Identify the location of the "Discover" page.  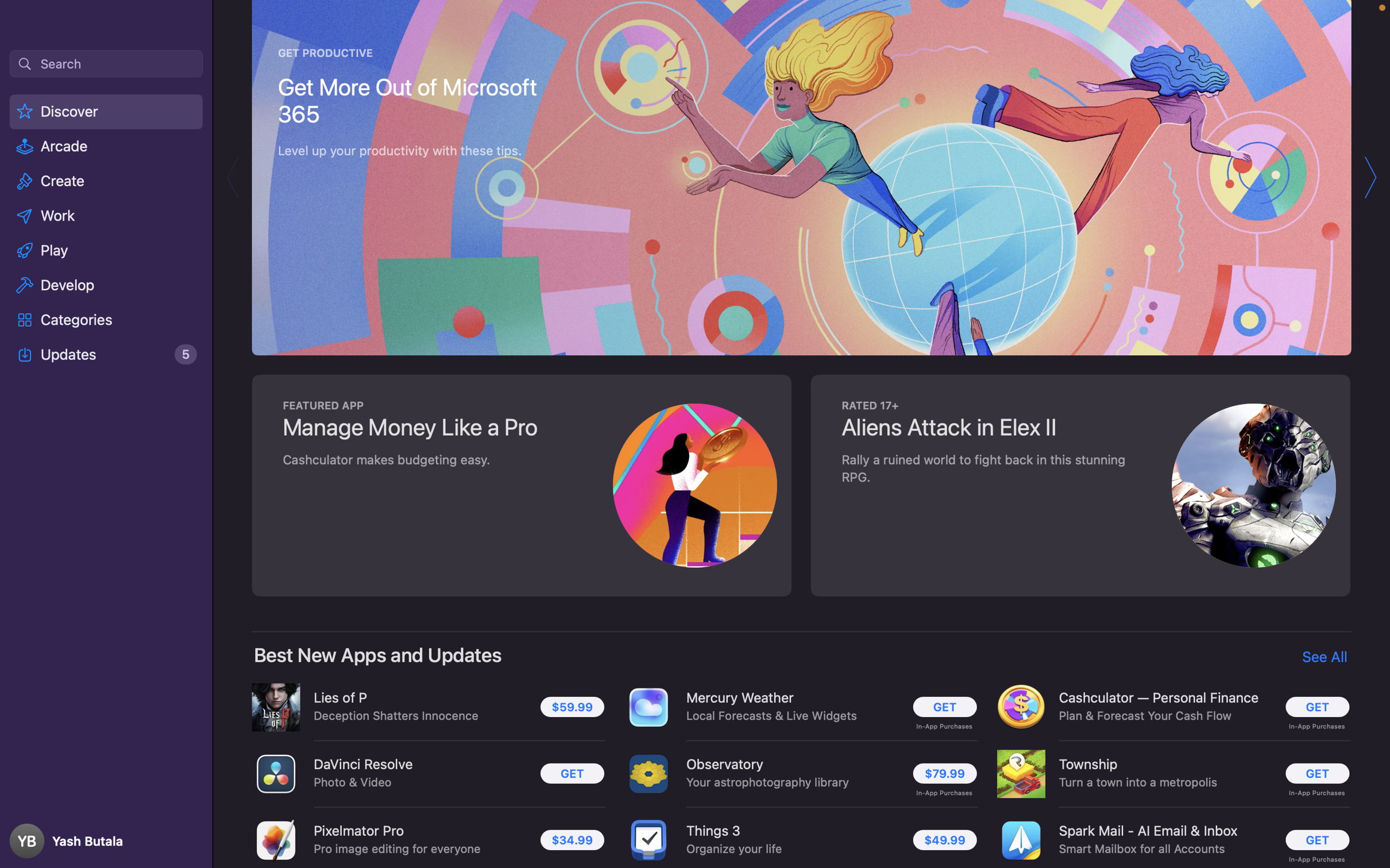
(107, 113).